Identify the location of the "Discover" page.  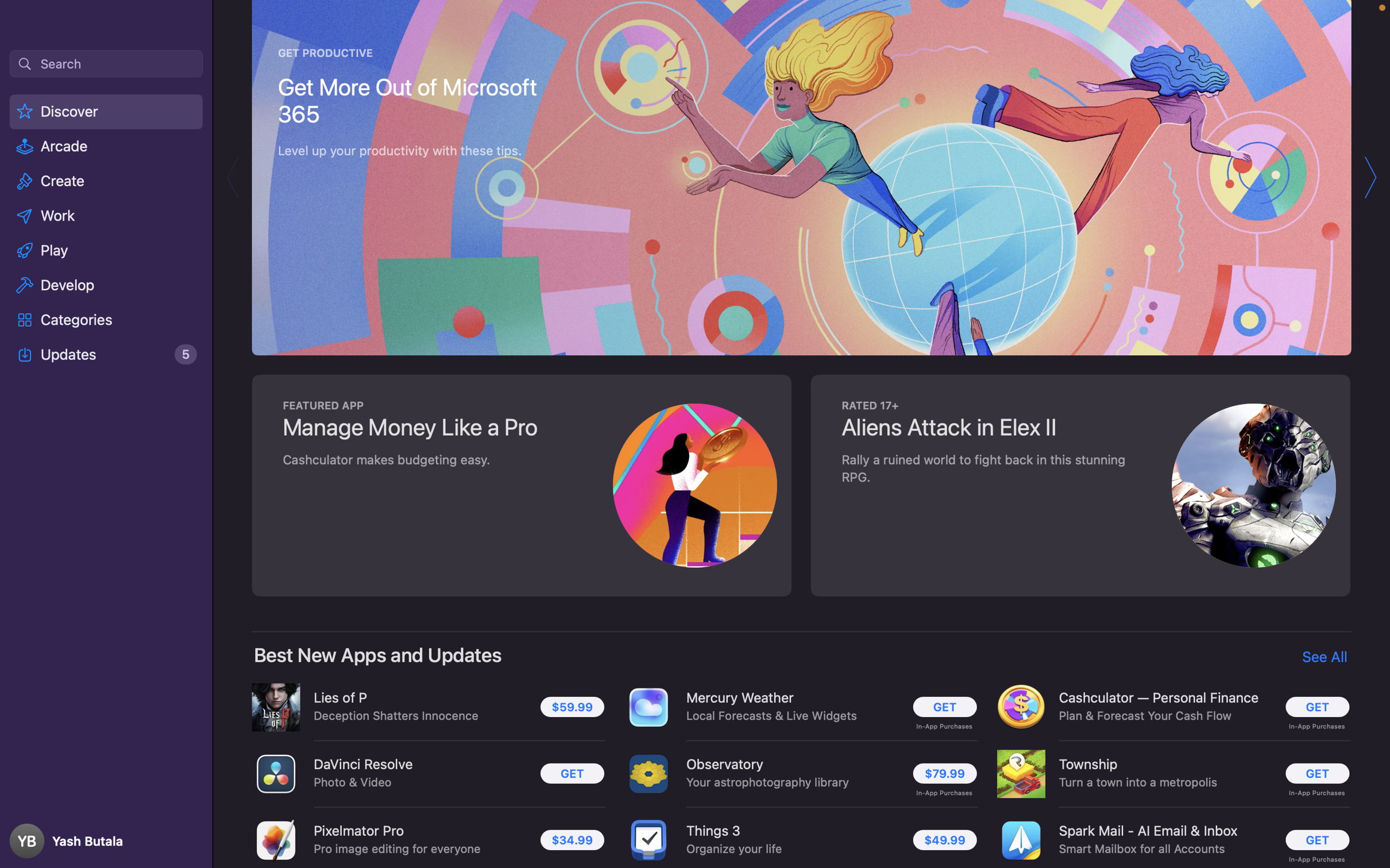
(107, 113).